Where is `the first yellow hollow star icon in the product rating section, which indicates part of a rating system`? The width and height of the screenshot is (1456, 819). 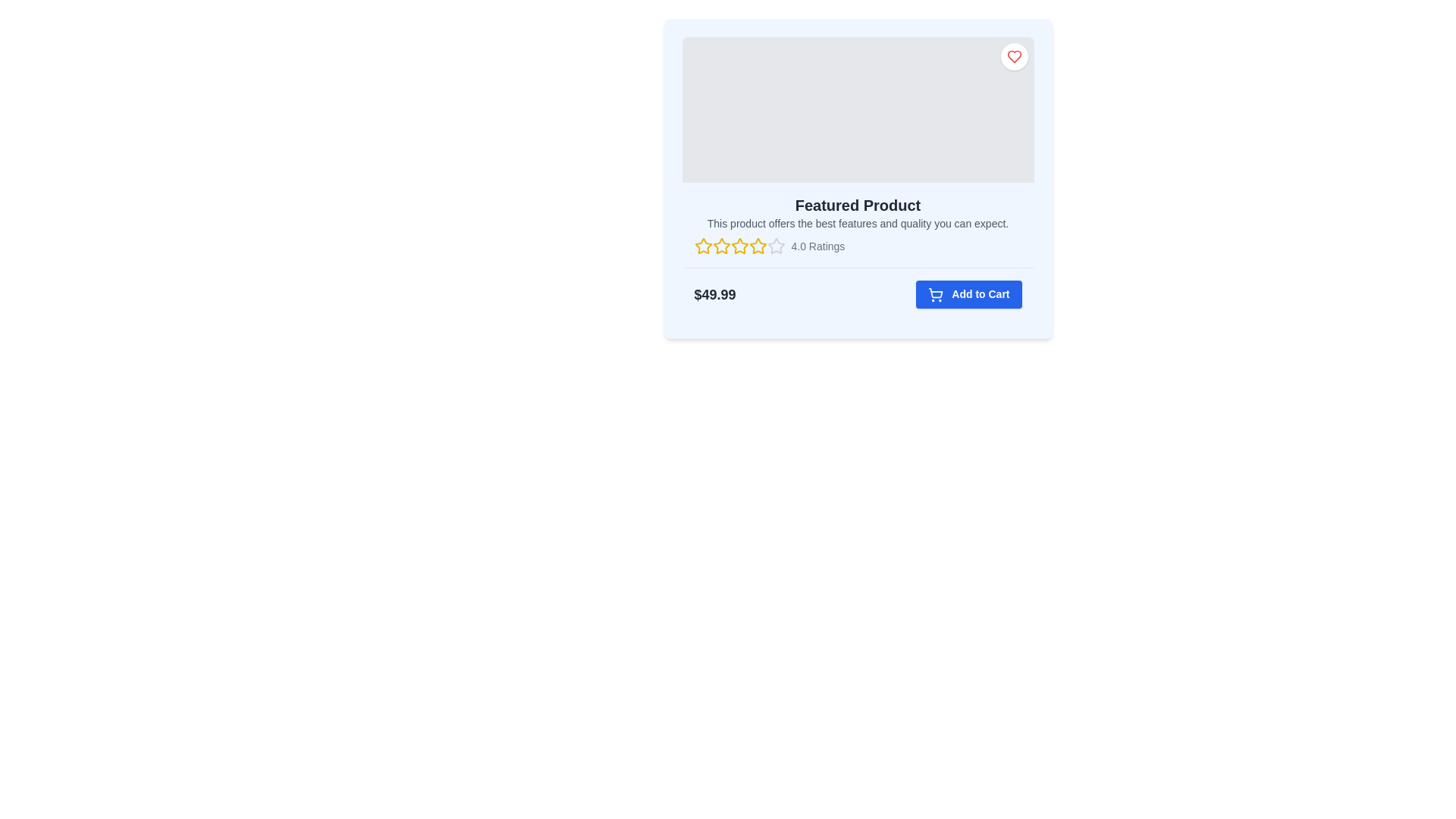 the first yellow hollow star icon in the product rating section, which indicates part of a rating system is located at coordinates (702, 245).